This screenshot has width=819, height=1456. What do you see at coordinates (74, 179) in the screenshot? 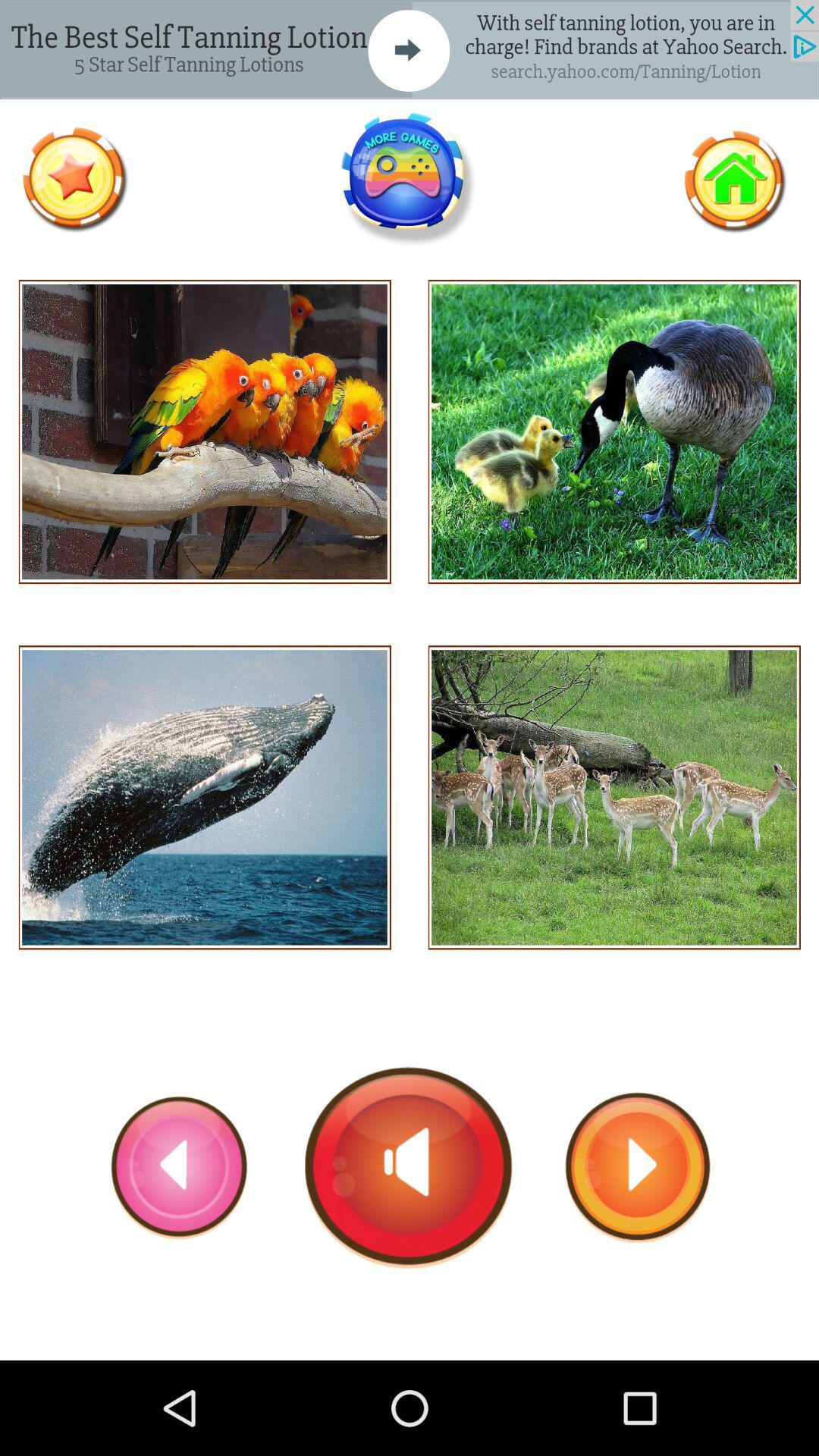
I see `advertisement favardice` at bounding box center [74, 179].